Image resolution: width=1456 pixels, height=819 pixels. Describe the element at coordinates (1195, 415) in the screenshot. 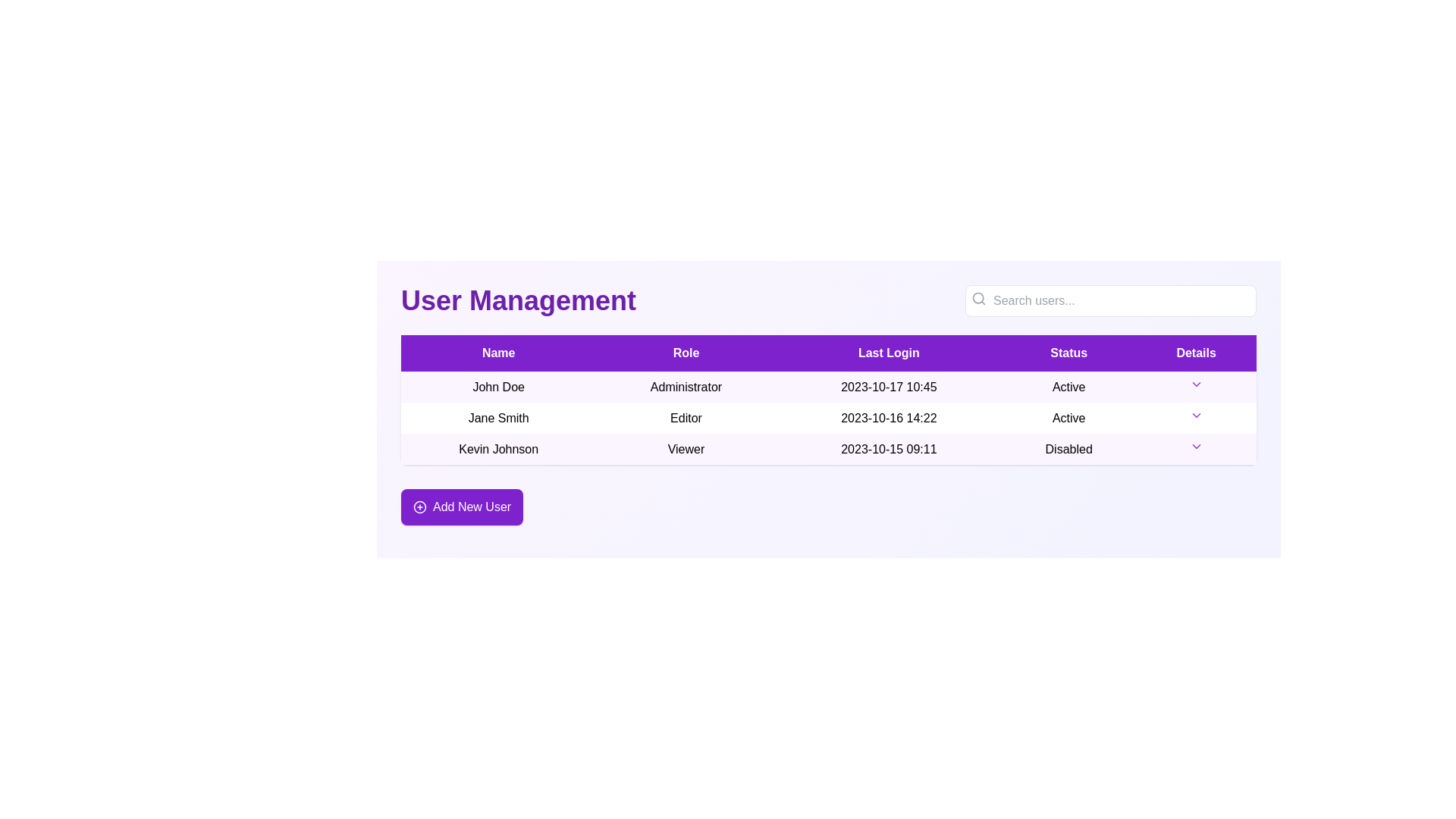

I see `the dropdown trigger in the Details column for the user 'Jane Smith'` at that location.